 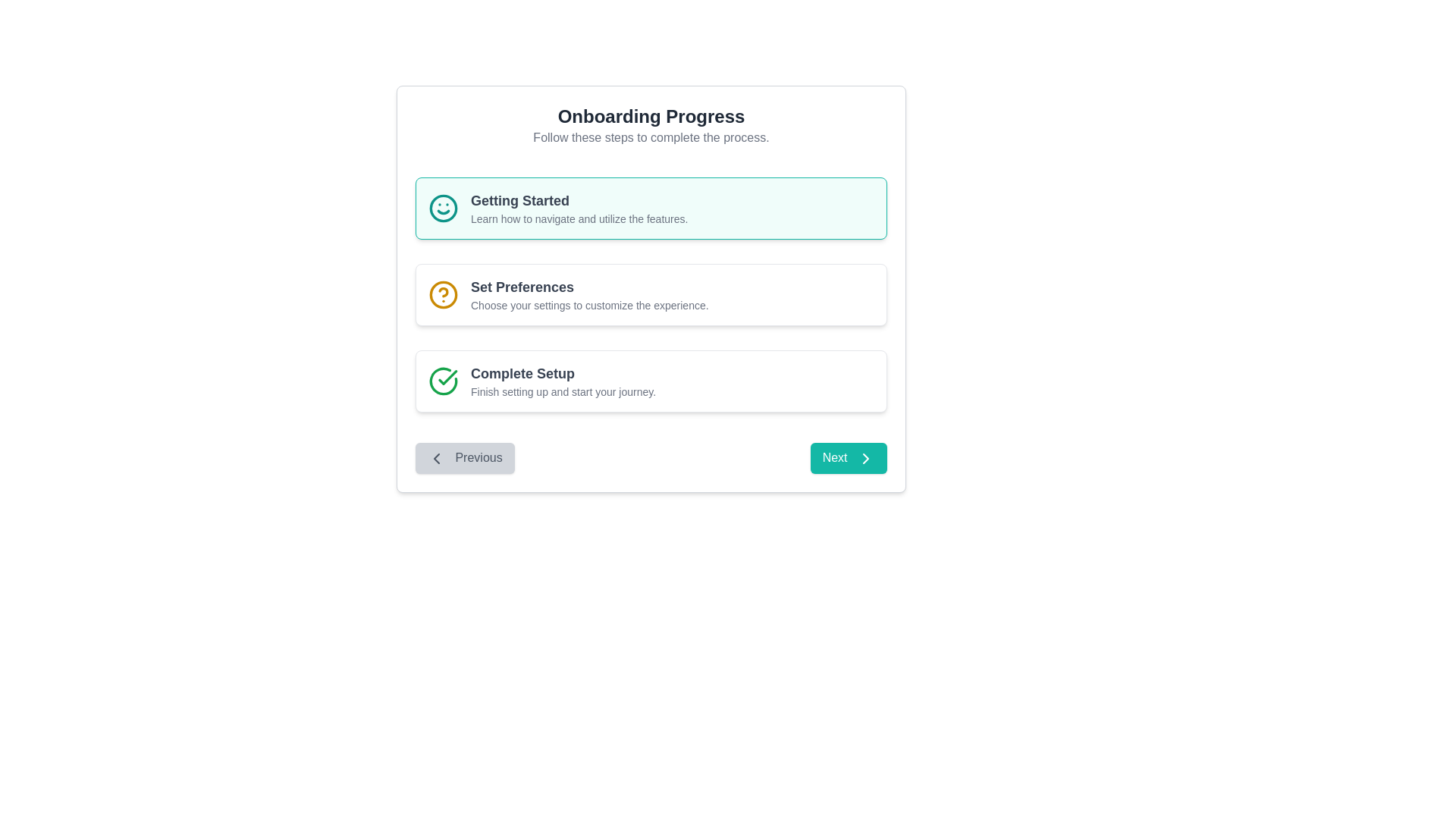 What do you see at coordinates (436, 457) in the screenshot?
I see `the Icon located to the left of the 'Previous' text` at bounding box center [436, 457].